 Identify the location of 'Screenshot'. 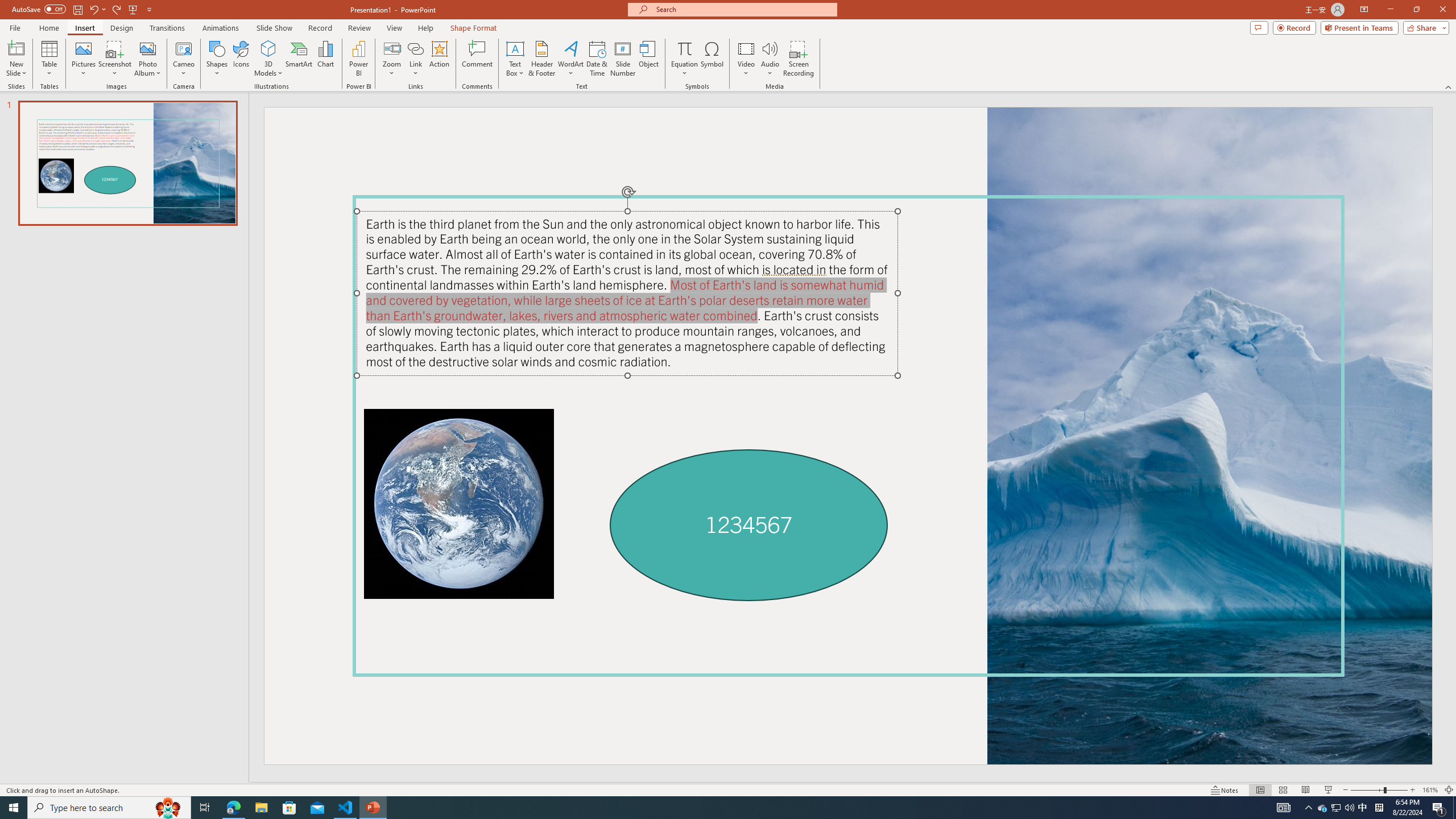
(114, 59).